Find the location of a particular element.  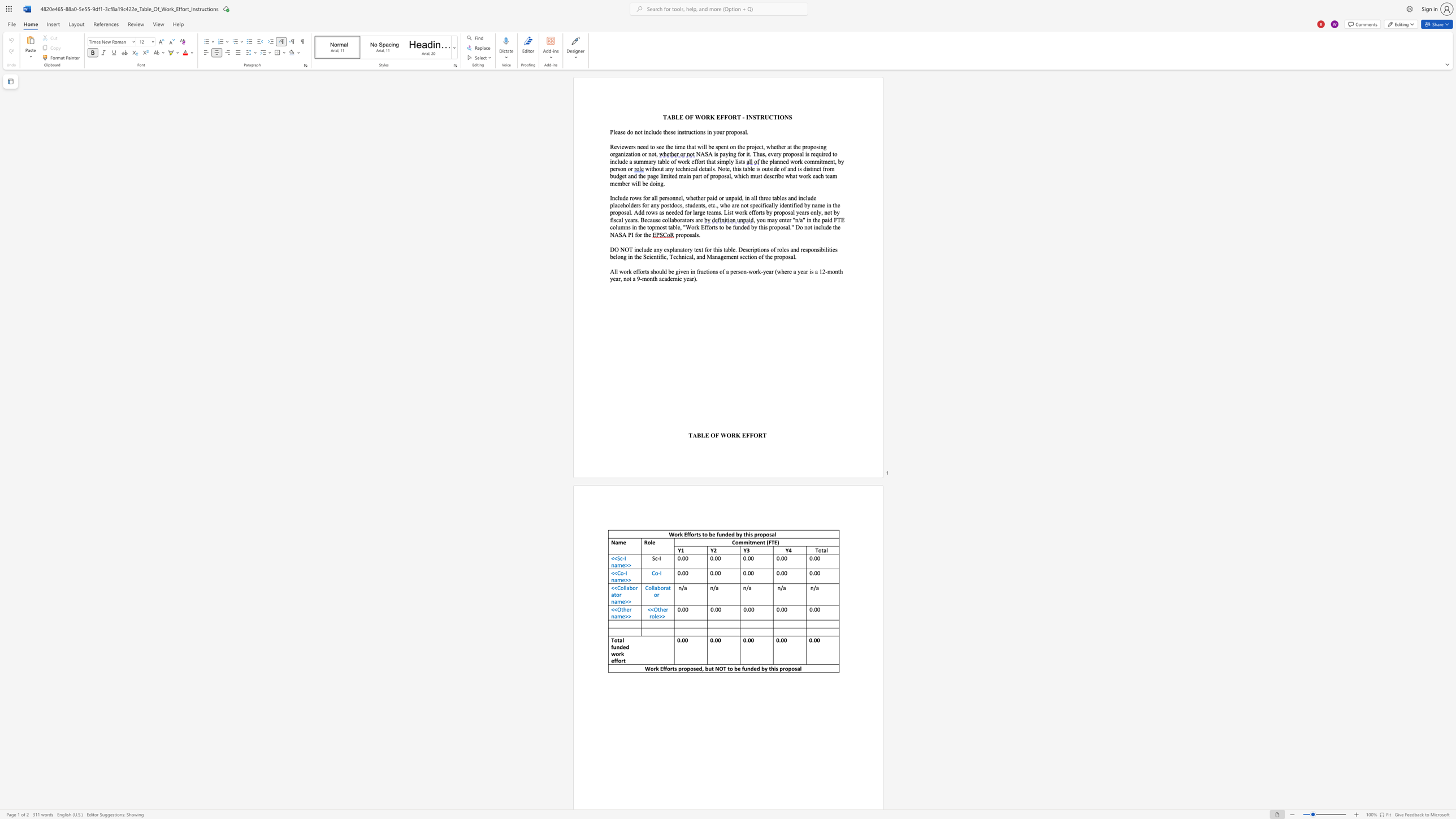

the subset text "nt (FTE" within the text "Commitment (FTE)" is located at coordinates (760, 542).